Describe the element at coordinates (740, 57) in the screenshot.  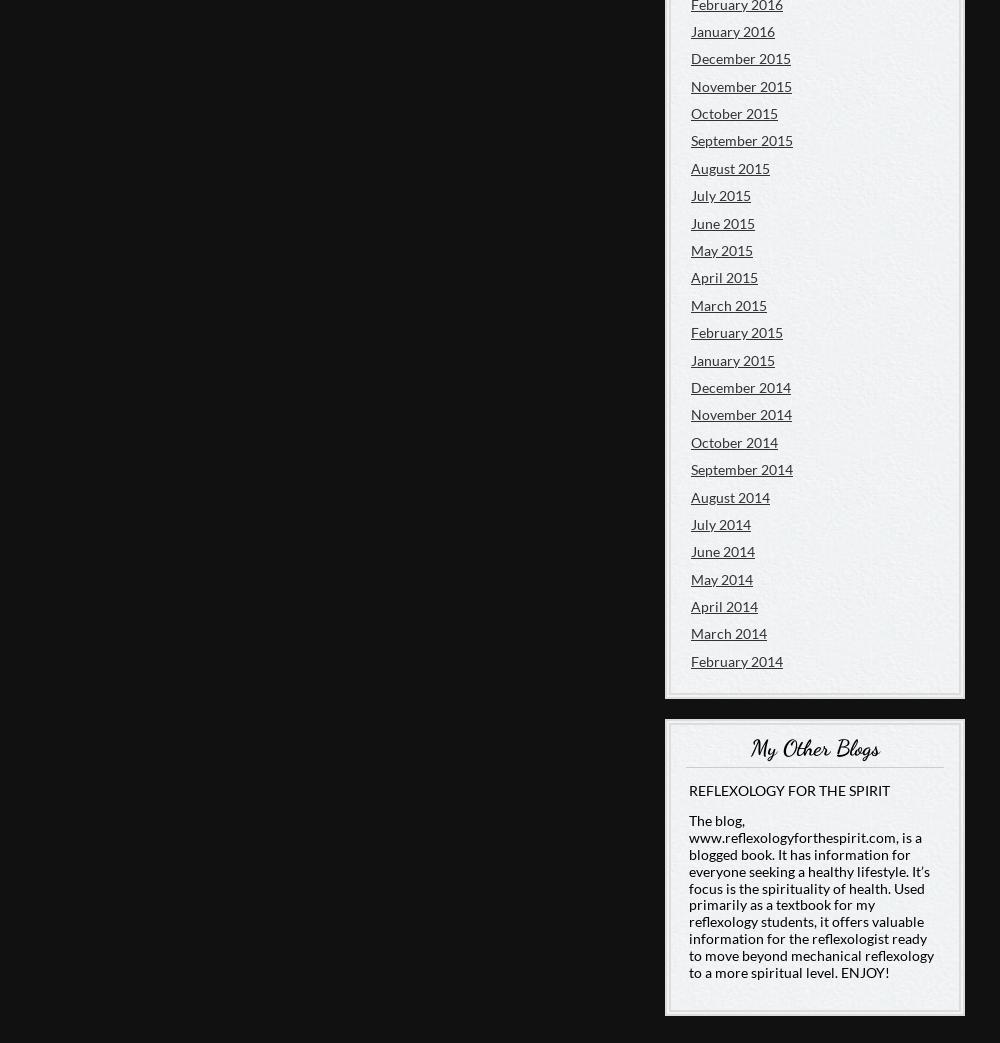
I see `'December 2015'` at that location.